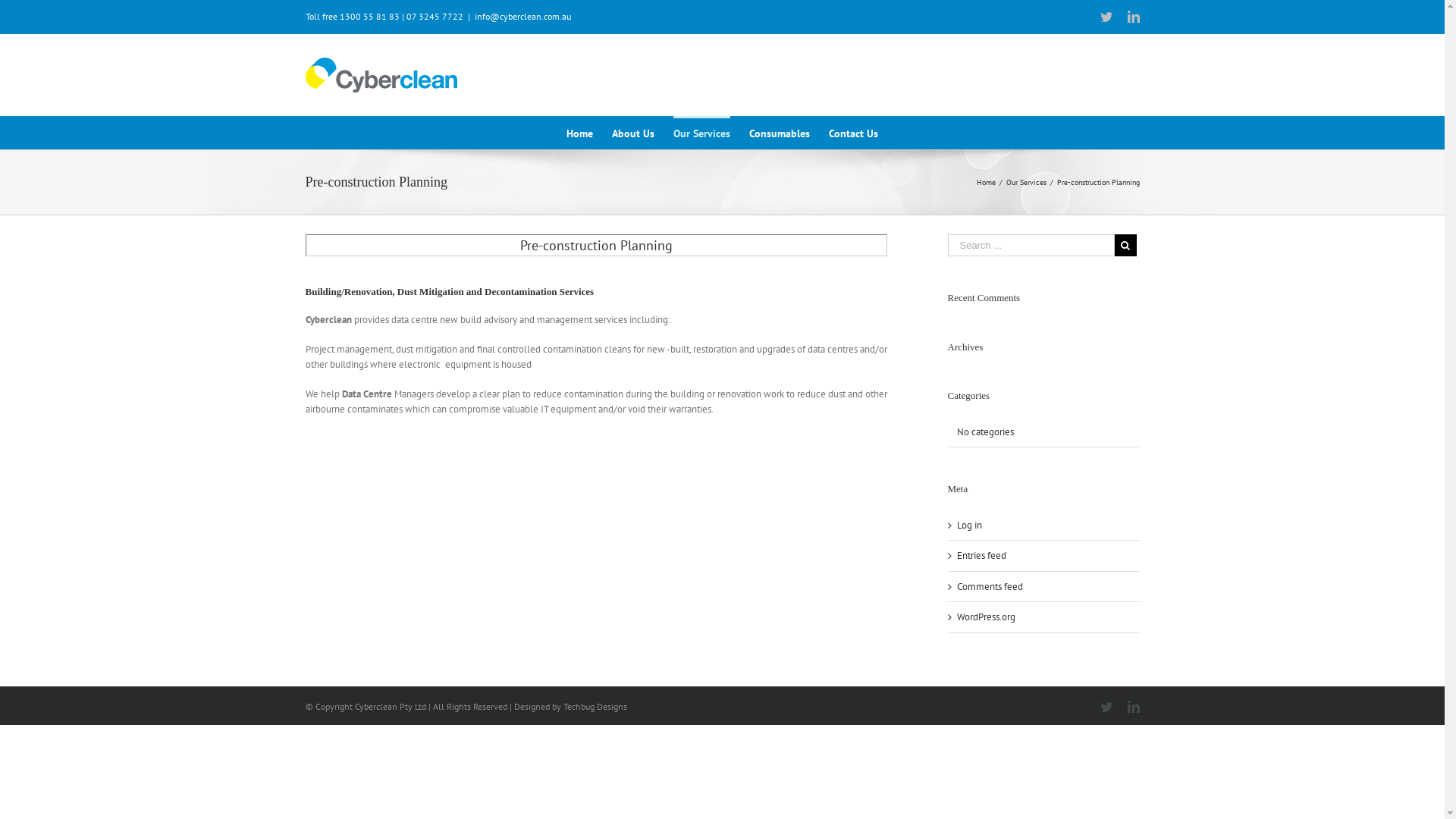  Describe the element at coordinates (956, 585) in the screenshot. I see `'Comments feed'` at that location.